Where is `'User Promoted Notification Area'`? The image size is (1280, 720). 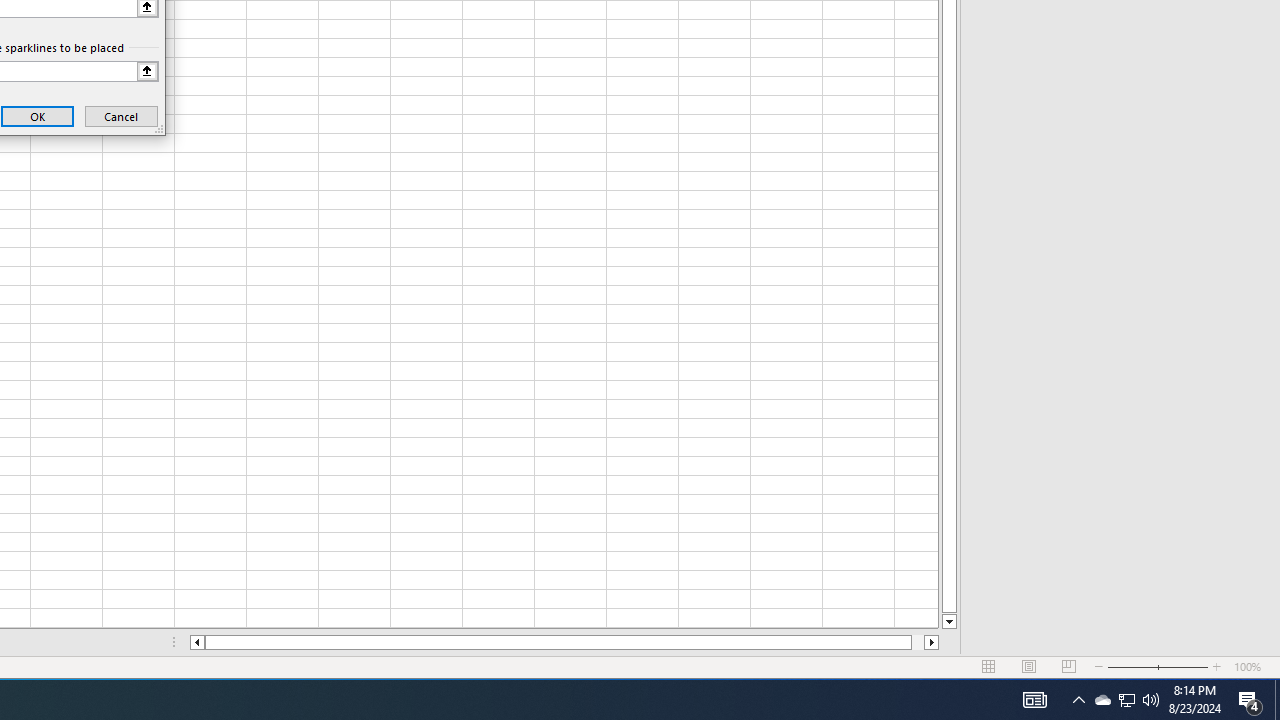
'User Promoted Notification Area' is located at coordinates (1127, 698).